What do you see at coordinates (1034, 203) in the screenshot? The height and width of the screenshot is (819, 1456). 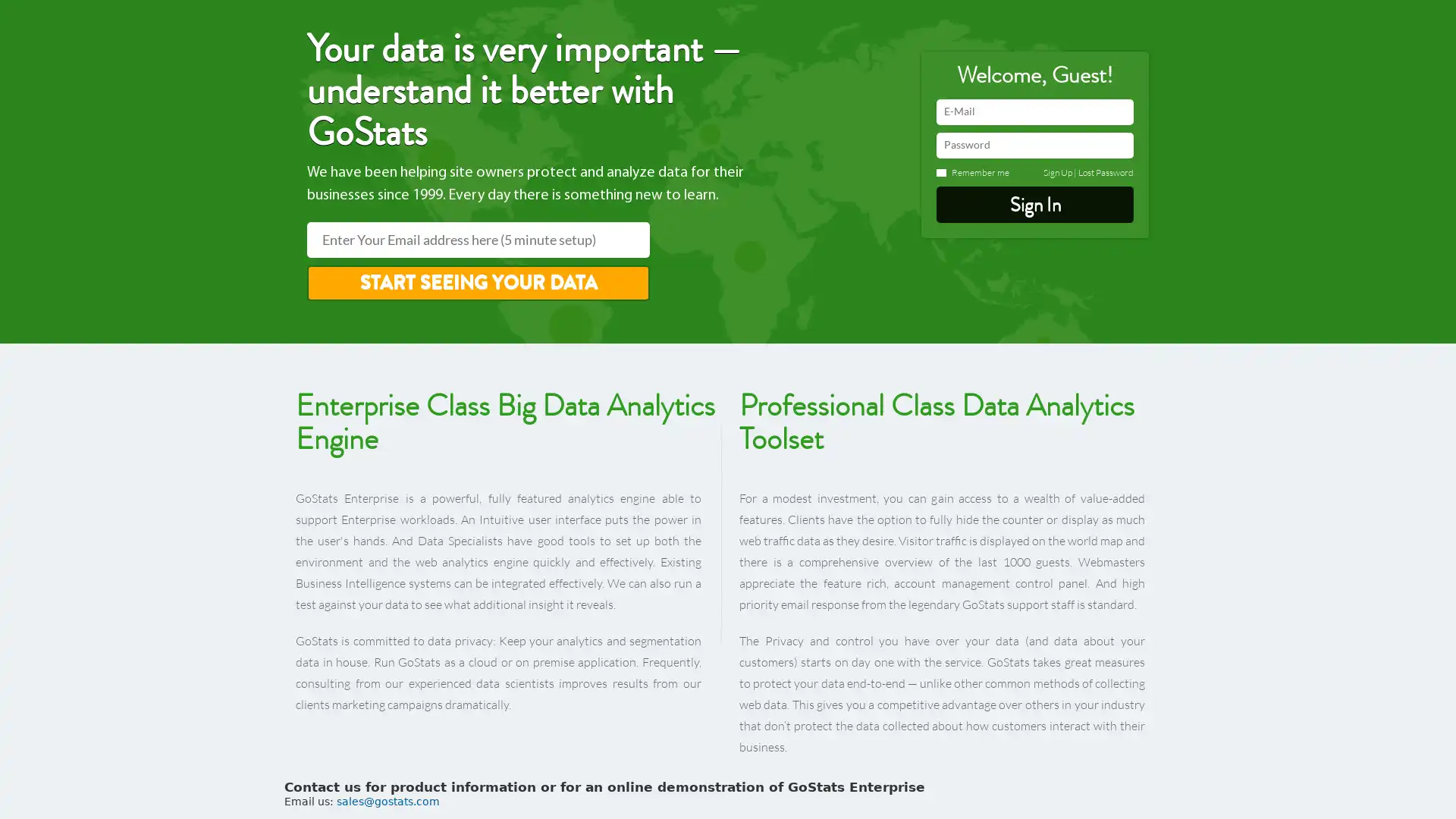 I see `Sign In` at bounding box center [1034, 203].